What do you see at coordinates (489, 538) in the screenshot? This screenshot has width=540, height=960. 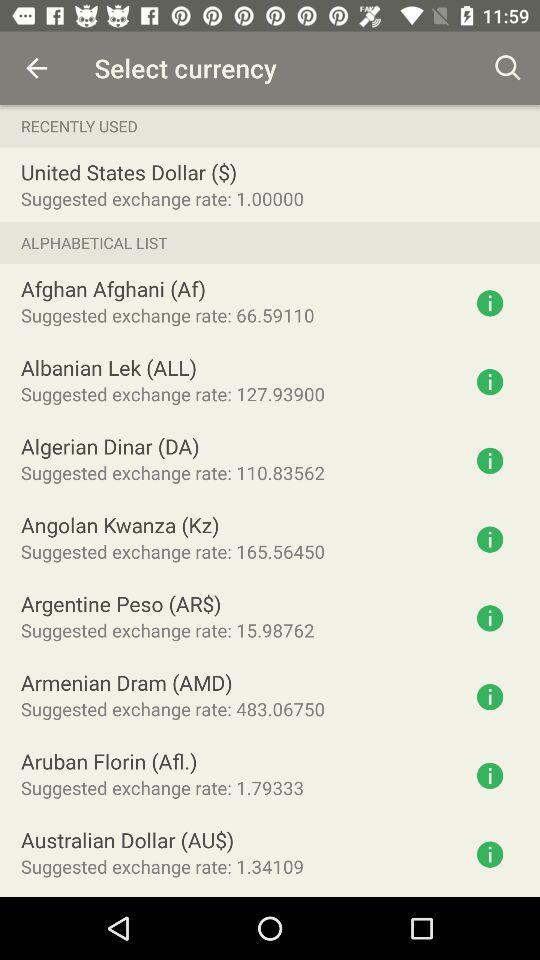 I see `get information` at bounding box center [489, 538].